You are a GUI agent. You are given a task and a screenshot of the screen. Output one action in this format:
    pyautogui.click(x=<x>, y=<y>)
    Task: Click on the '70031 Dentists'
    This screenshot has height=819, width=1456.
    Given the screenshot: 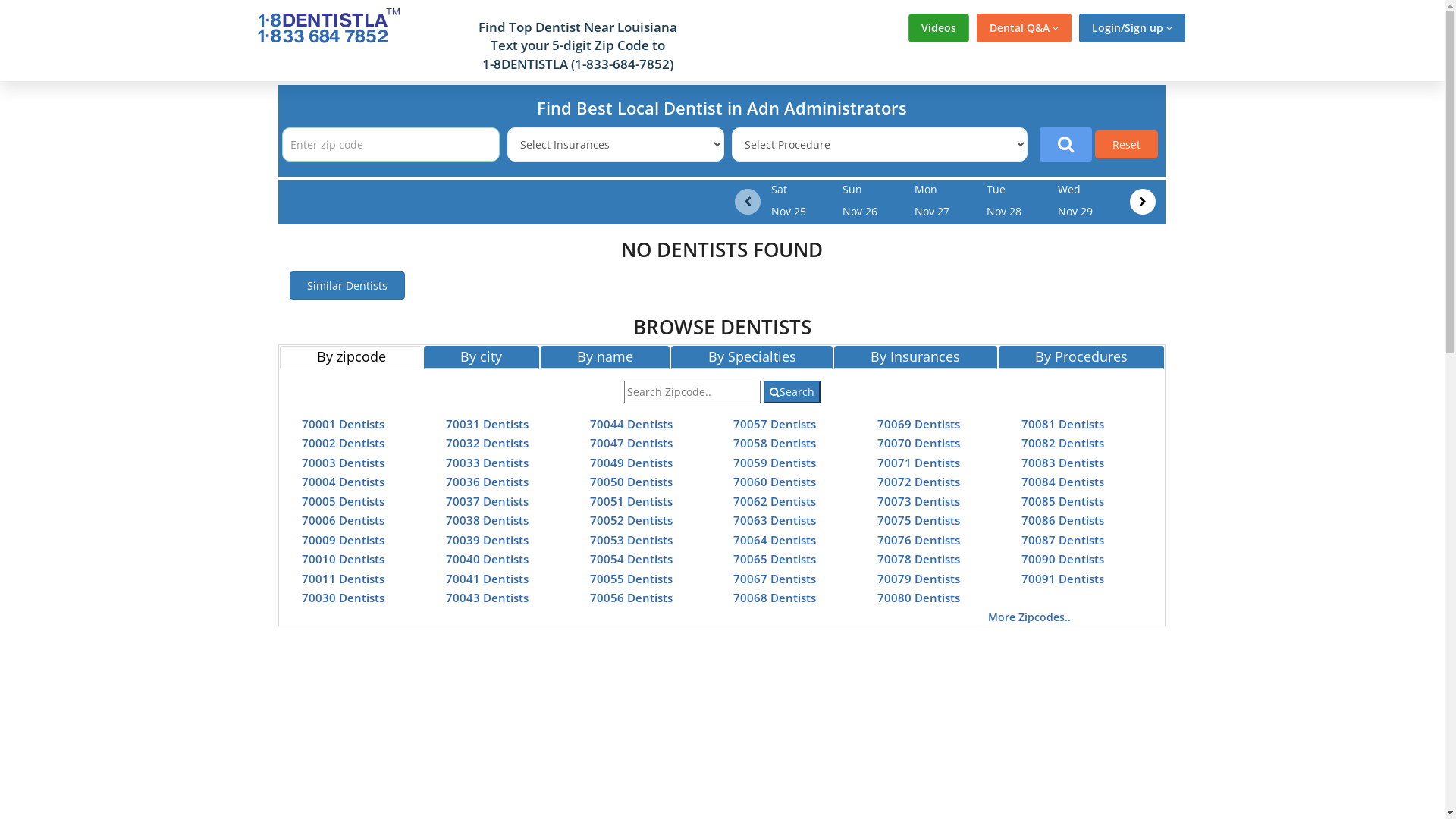 What is the action you would take?
    pyautogui.click(x=487, y=423)
    